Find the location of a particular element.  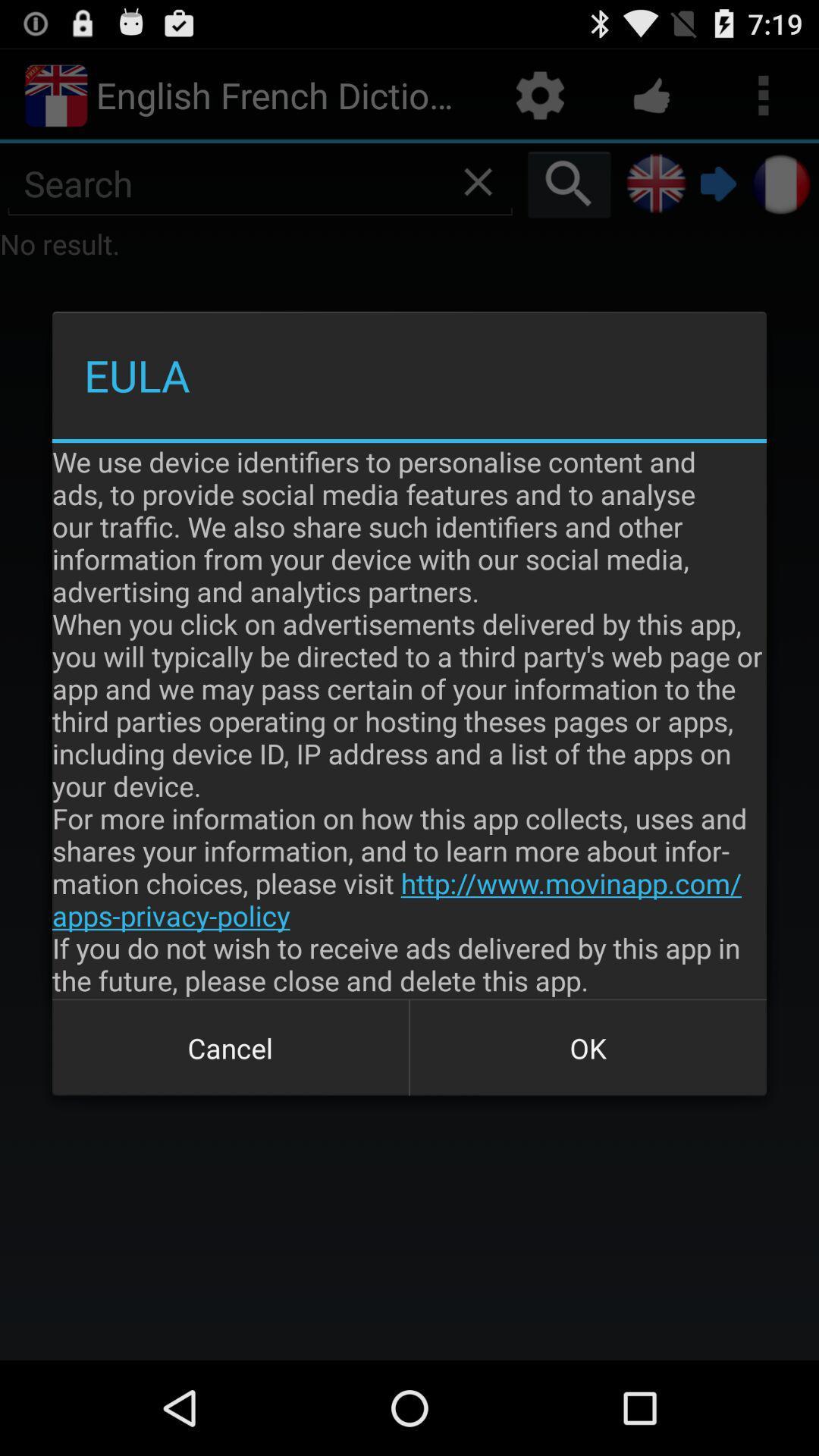

the button to the right of the cancel icon is located at coordinates (587, 1047).